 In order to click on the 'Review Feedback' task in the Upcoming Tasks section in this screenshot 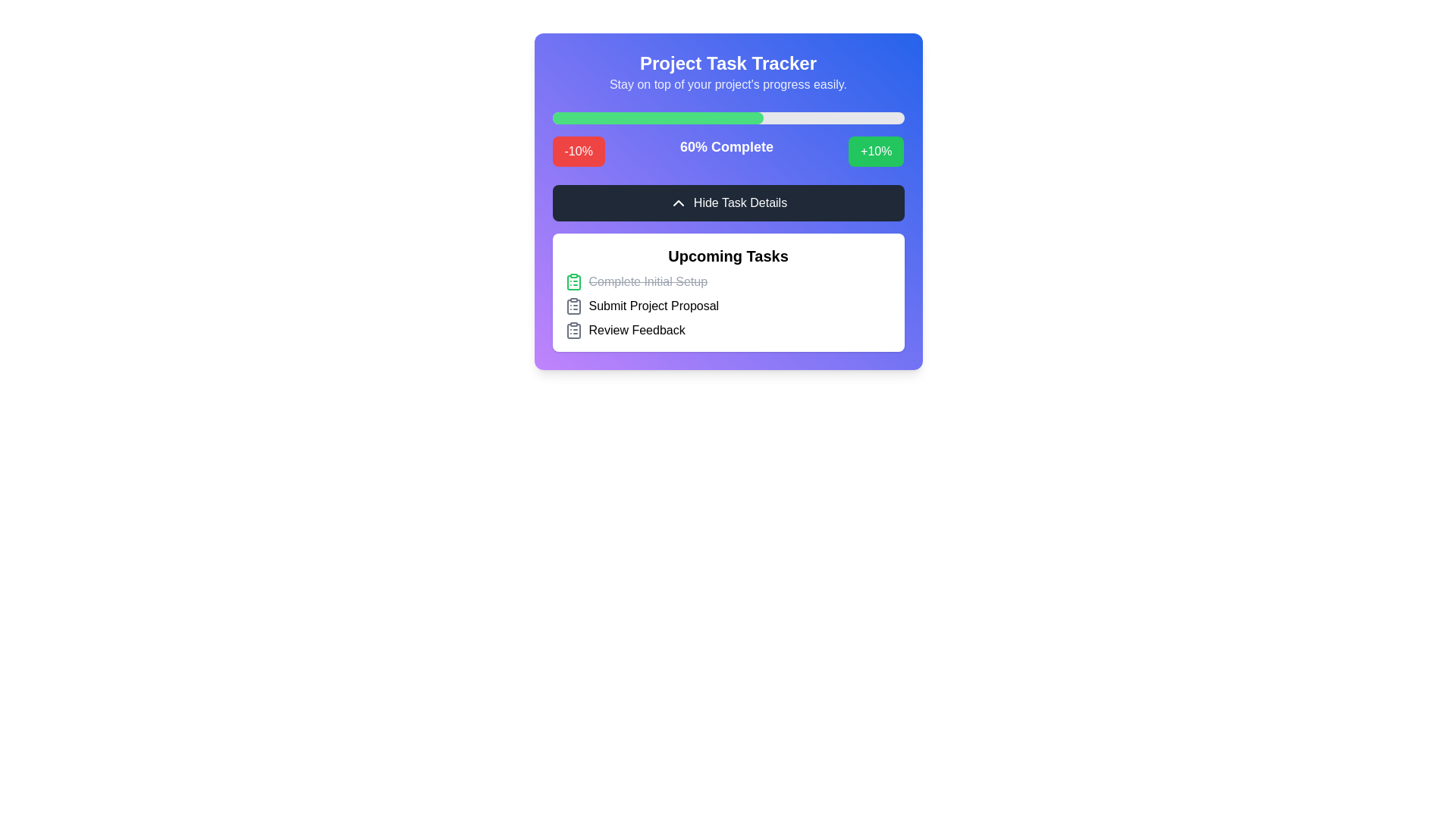, I will do `click(728, 329)`.